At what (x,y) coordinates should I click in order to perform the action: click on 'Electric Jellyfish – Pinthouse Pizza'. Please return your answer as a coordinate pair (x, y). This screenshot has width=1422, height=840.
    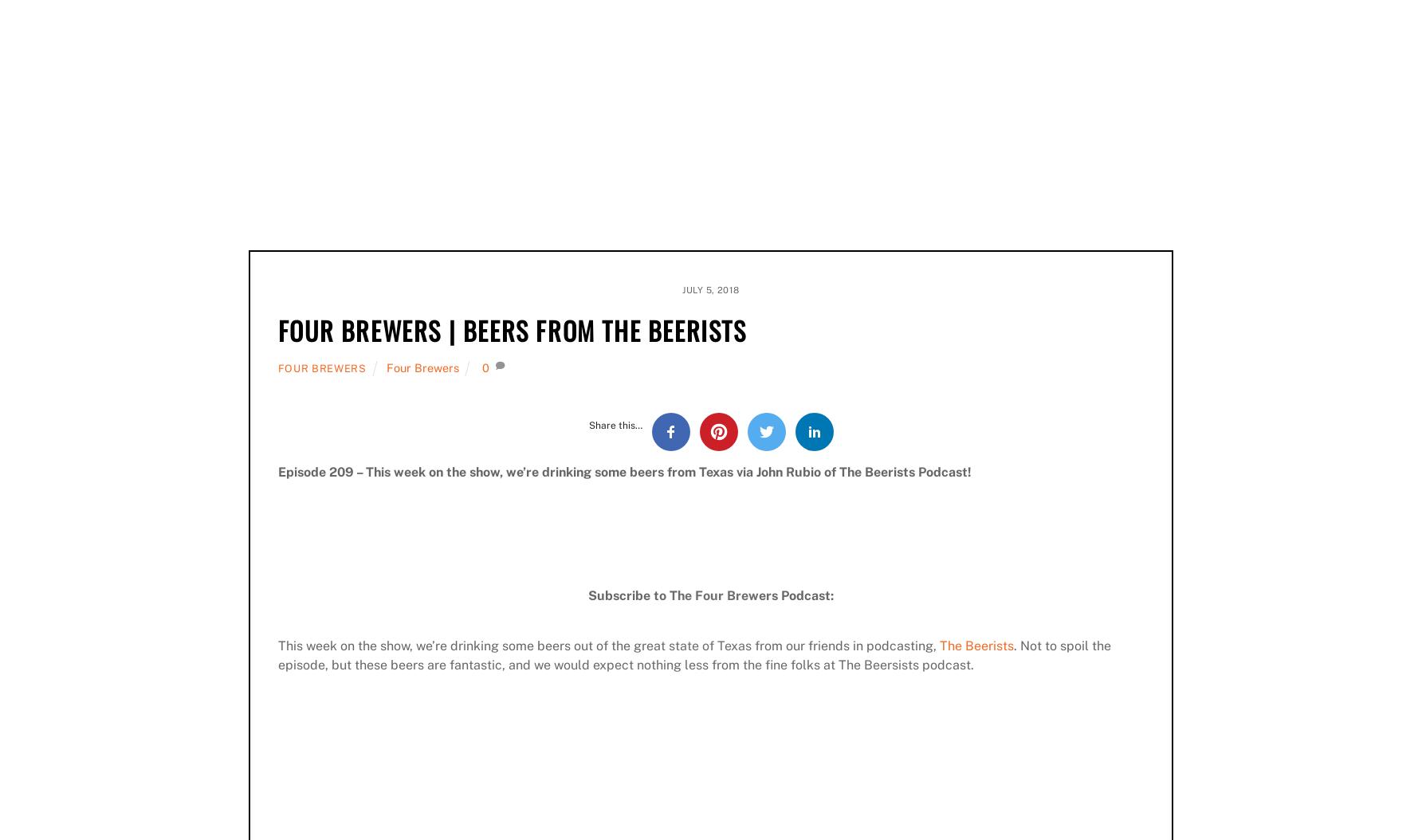
    Looking at the image, I should click on (377, 21).